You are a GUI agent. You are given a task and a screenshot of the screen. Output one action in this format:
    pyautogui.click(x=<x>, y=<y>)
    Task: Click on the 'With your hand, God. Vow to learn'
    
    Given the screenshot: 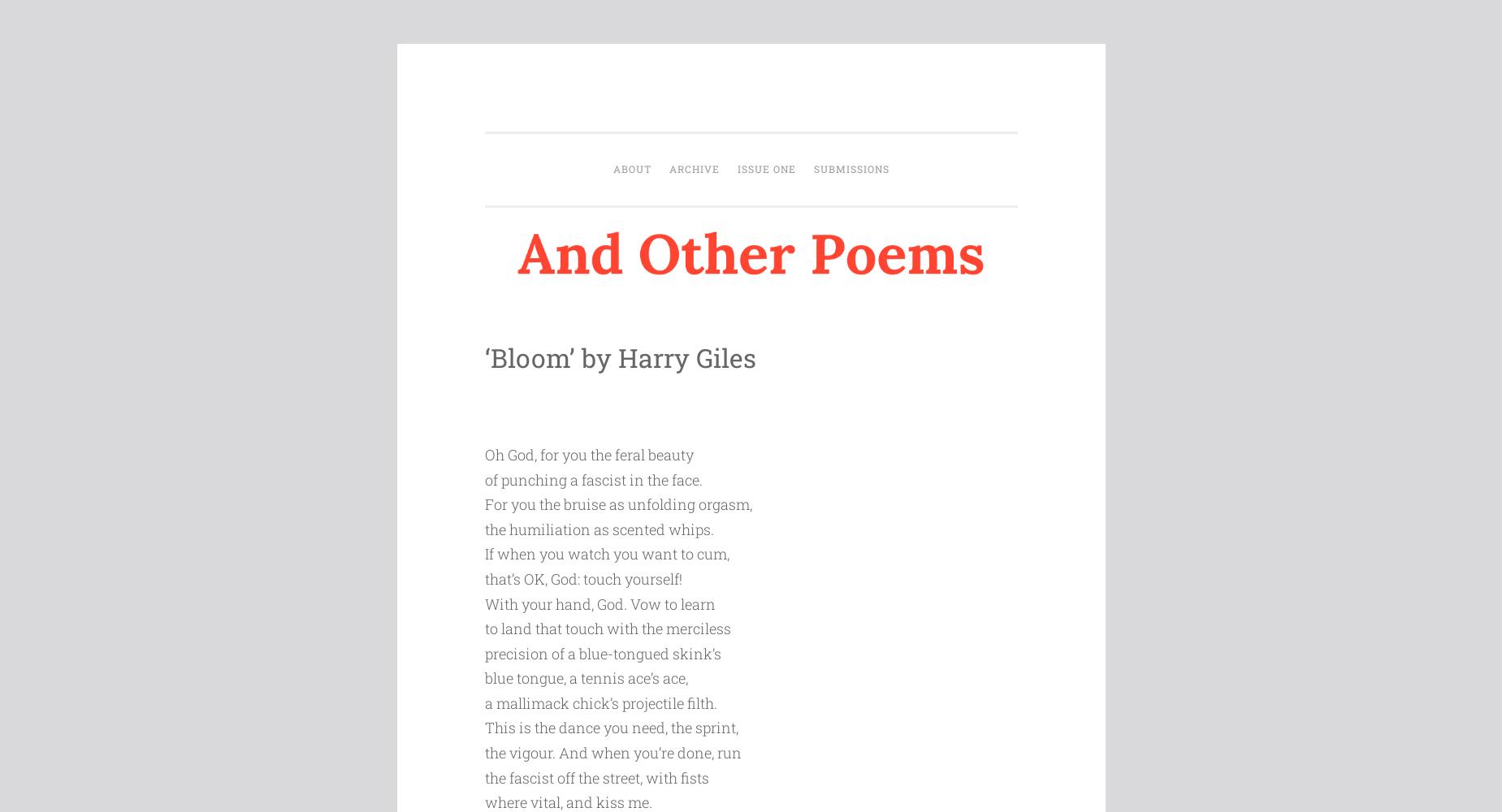 What is the action you would take?
    pyautogui.click(x=598, y=603)
    